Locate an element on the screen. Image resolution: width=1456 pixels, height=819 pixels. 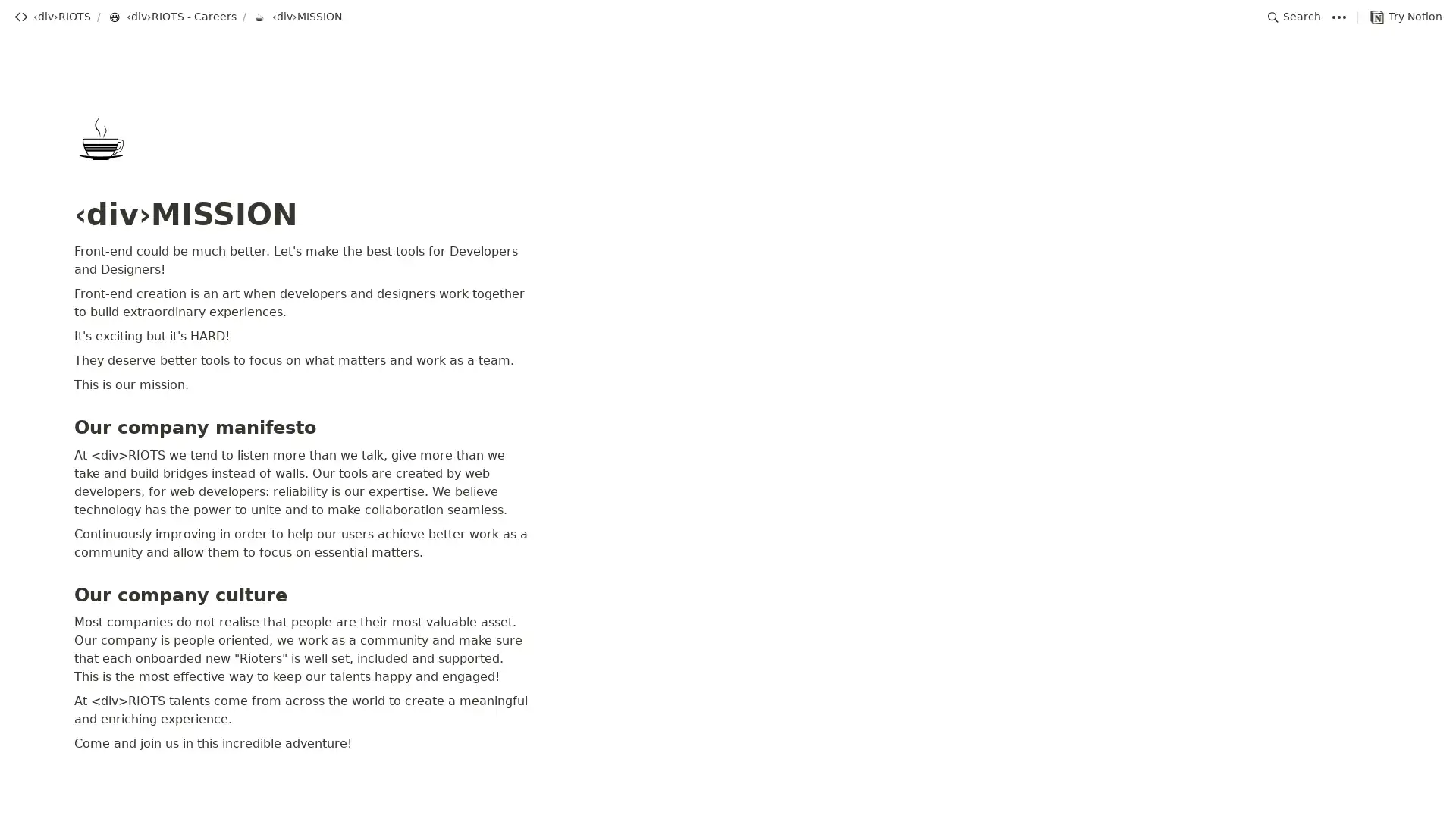
divRIOTS - Careers is located at coordinates (171, 17).